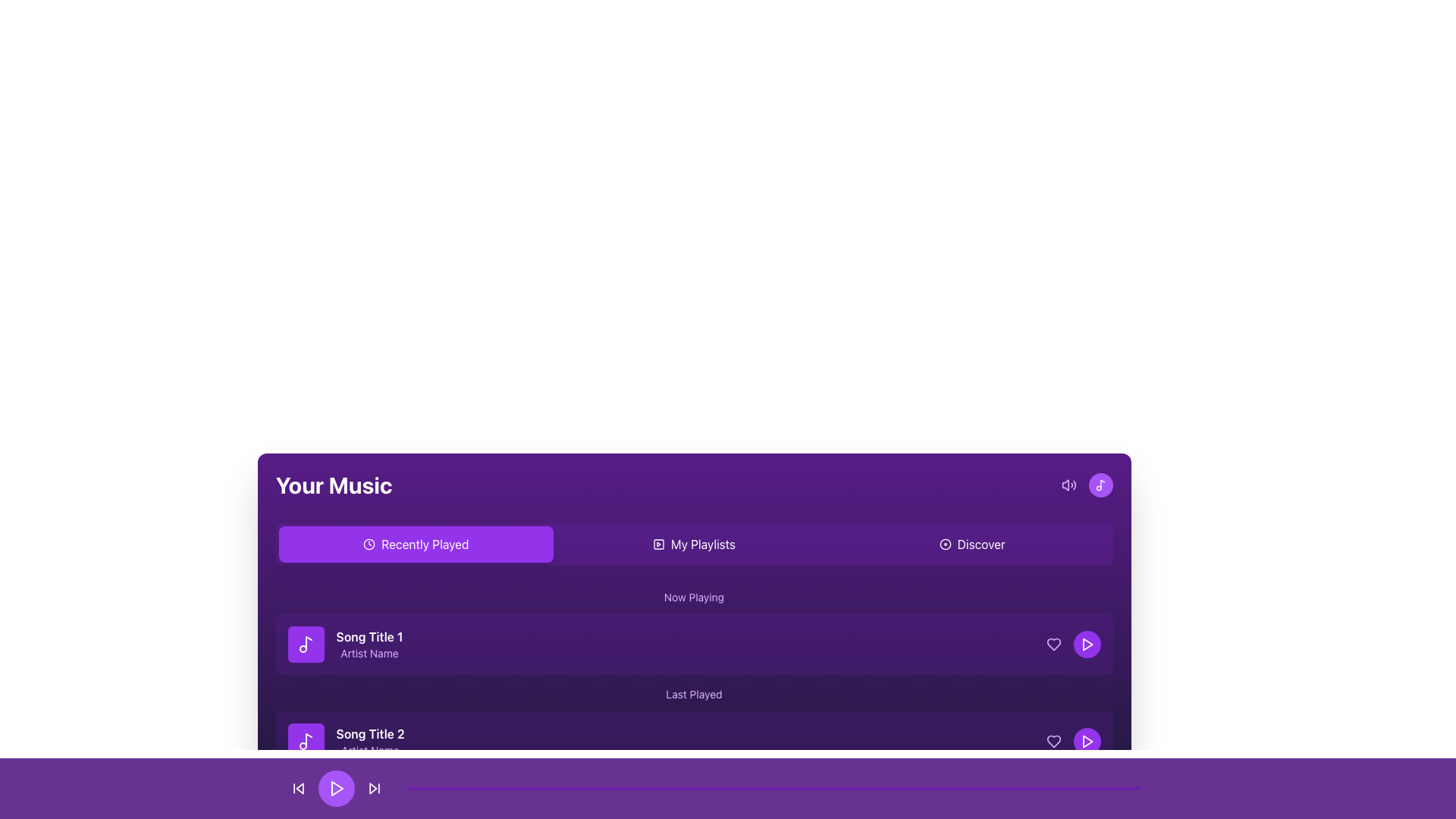  What do you see at coordinates (370, 733) in the screenshot?
I see `text label that serves as the title of a song in the playlist, positioned in the second row under 'Your Music.'` at bounding box center [370, 733].